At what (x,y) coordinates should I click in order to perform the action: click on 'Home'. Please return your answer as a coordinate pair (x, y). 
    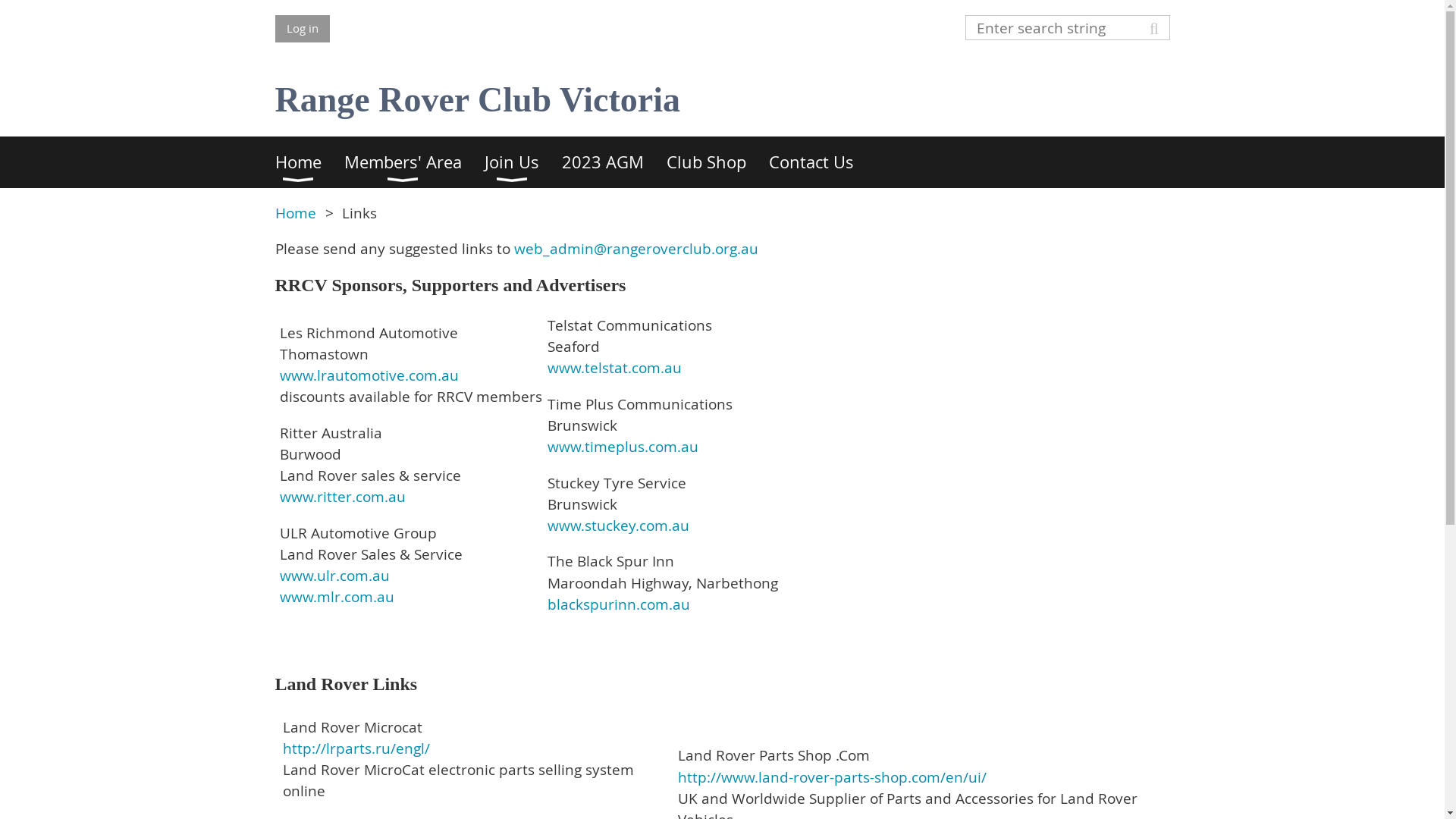
    Looking at the image, I should click on (274, 162).